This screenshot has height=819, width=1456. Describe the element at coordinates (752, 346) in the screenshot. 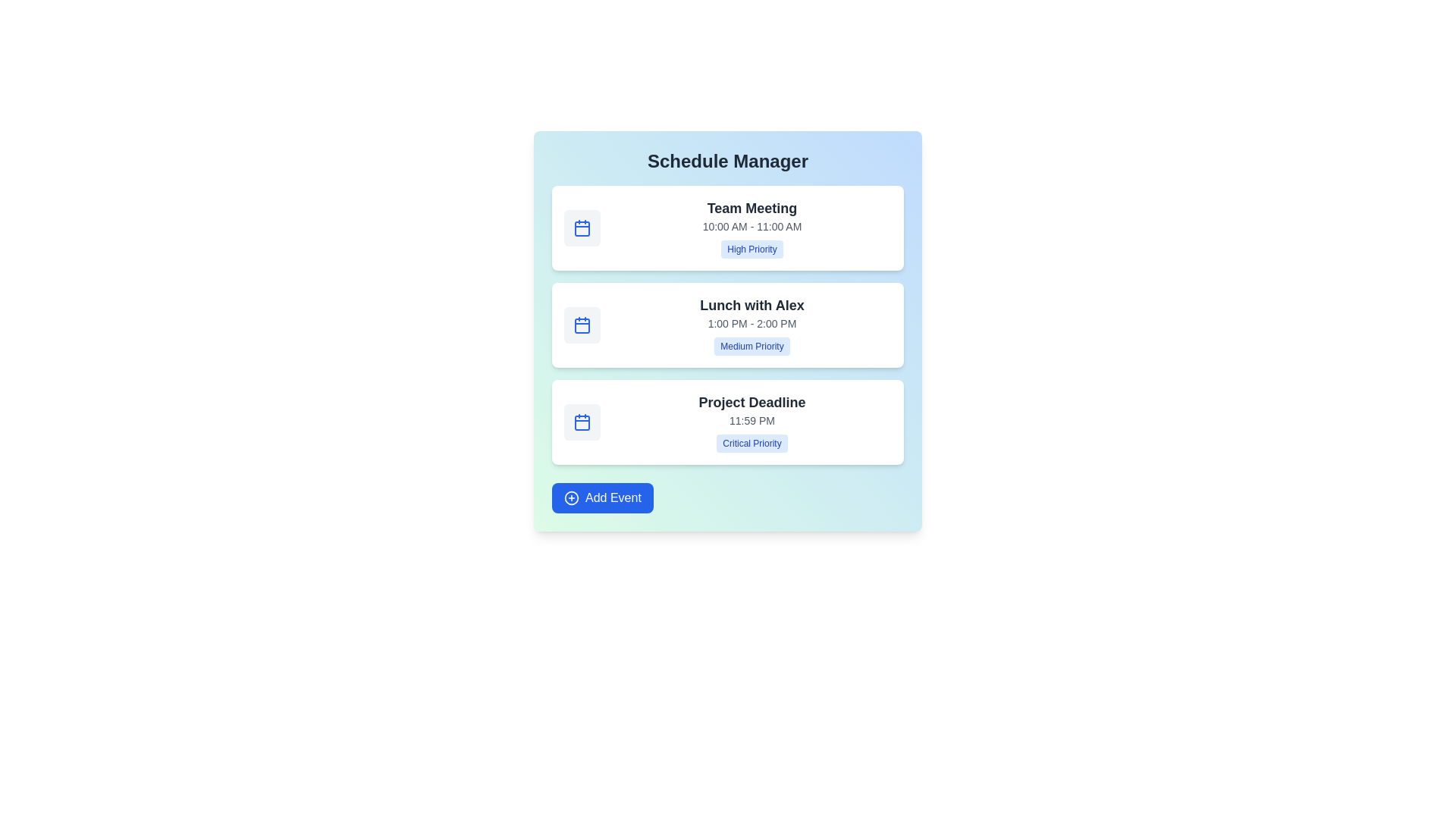

I see `the priority label Medium Priority to focus on it` at that location.